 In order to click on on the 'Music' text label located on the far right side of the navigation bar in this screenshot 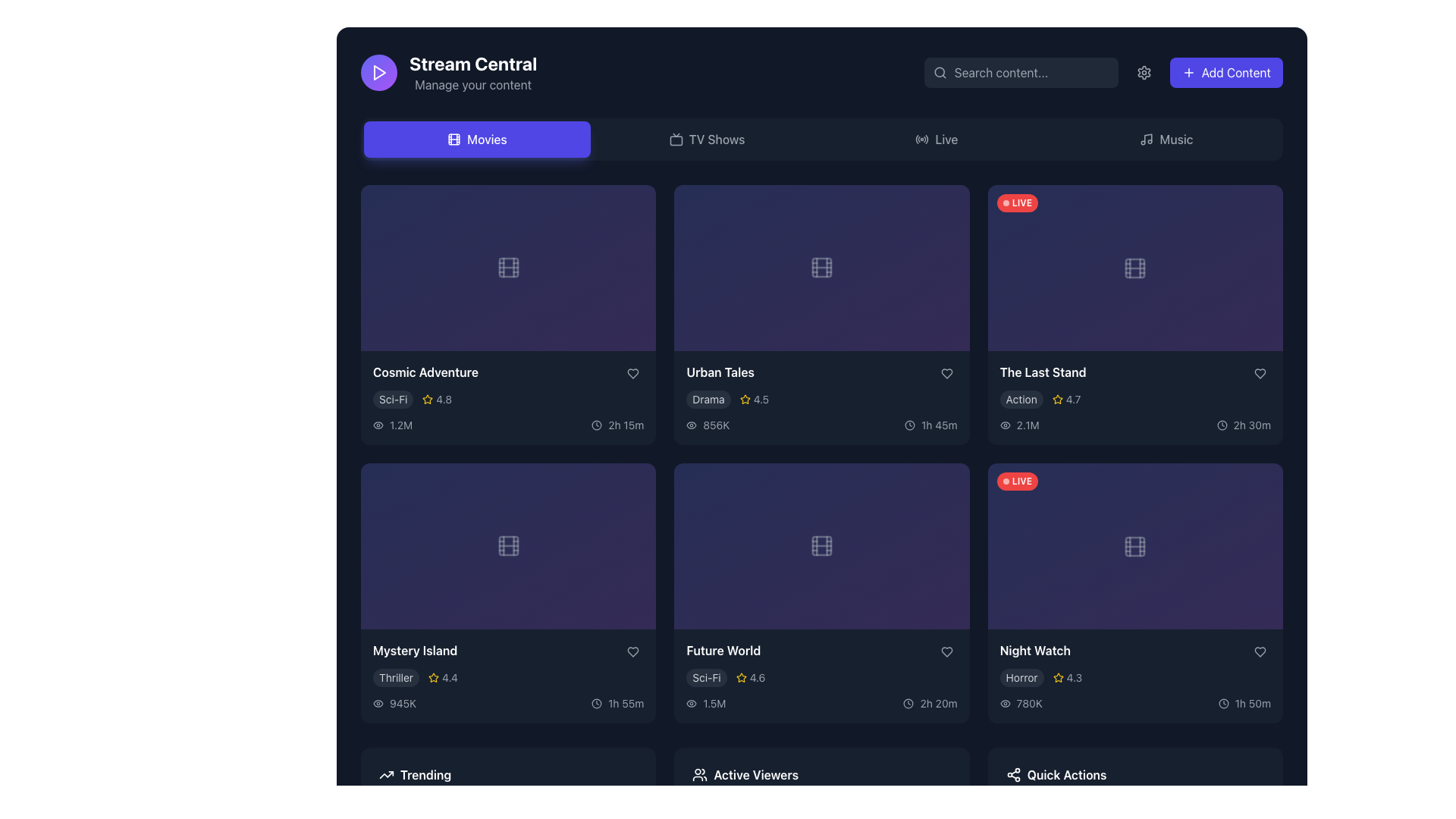, I will do `click(1175, 140)`.